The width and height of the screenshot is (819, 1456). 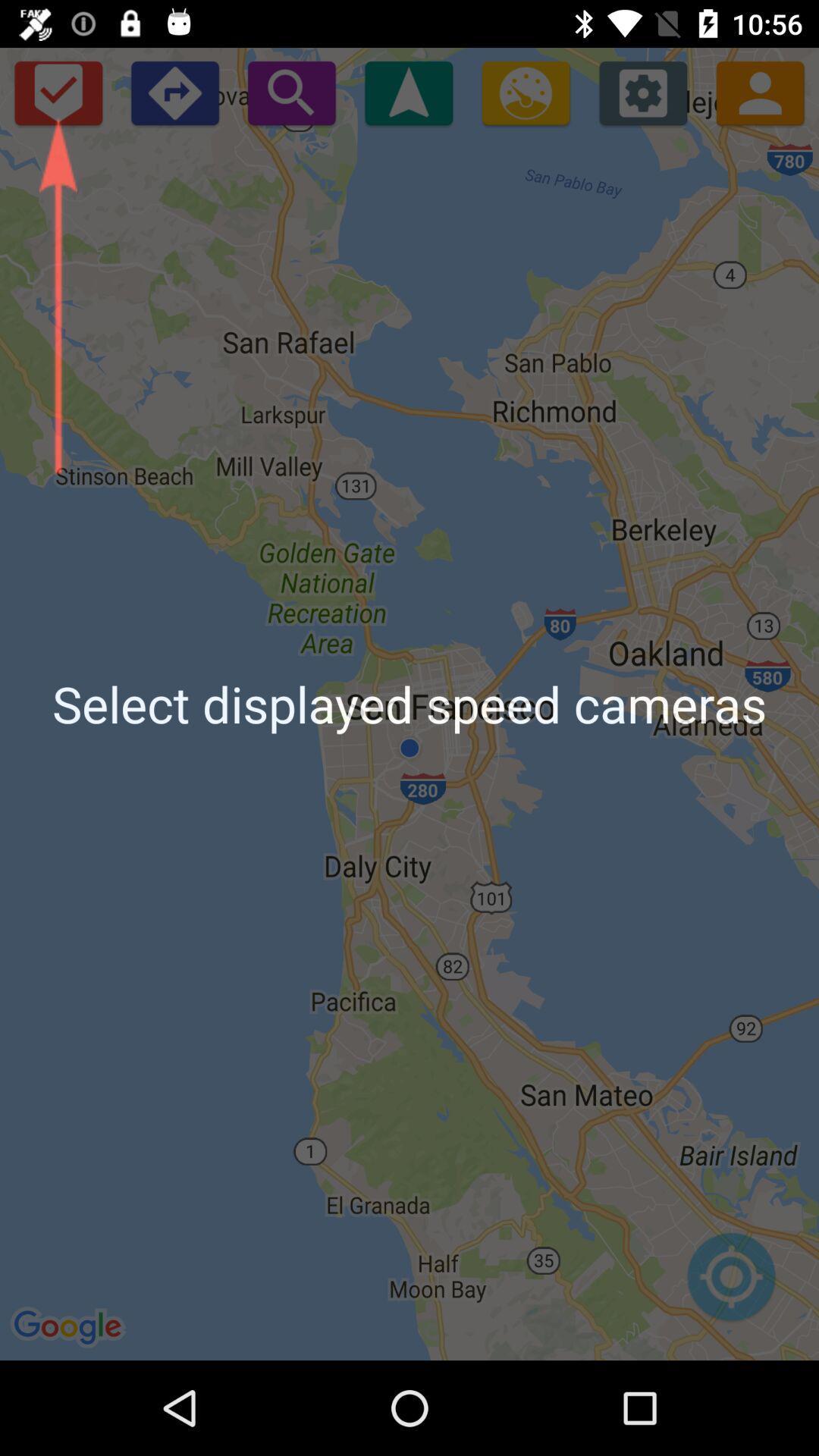 What do you see at coordinates (730, 1284) in the screenshot?
I see `zoom to current location` at bounding box center [730, 1284].